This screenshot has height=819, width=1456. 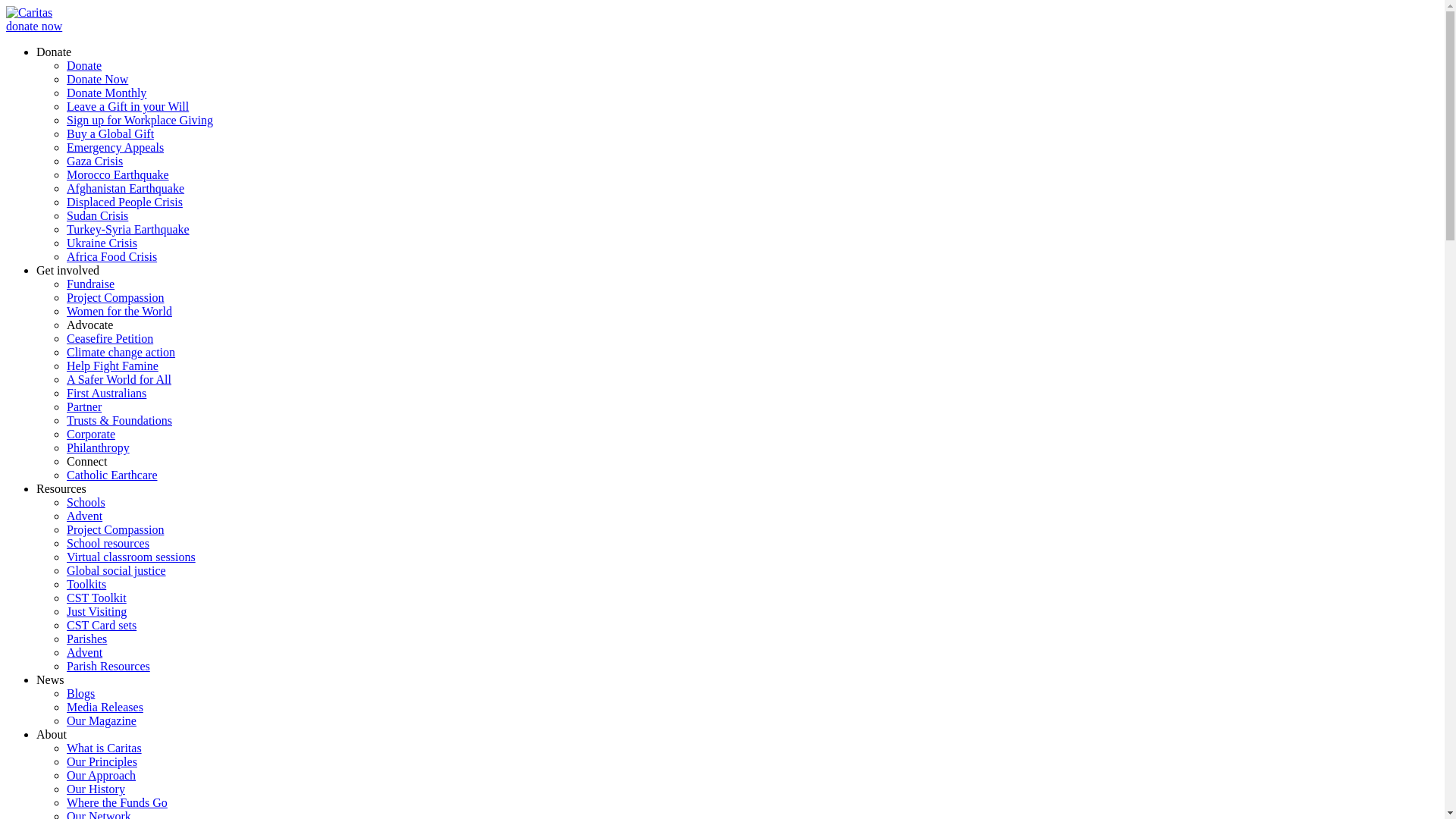 What do you see at coordinates (95, 788) in the screenshot?
I see `'Our History'` at bounding box center [95, 788].